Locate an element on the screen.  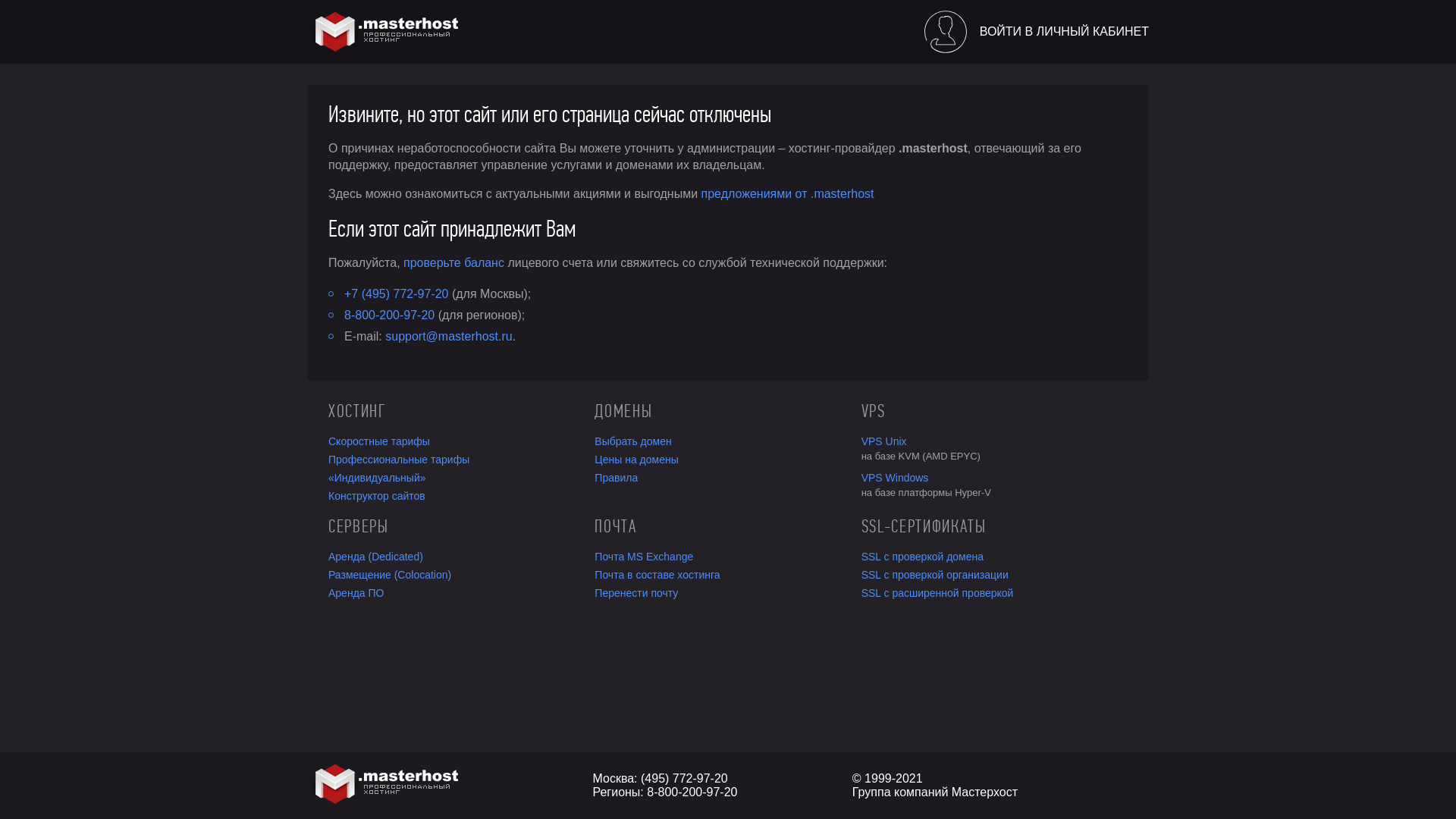
'8-800-200-97-20' is located at coordinates (389, 314).